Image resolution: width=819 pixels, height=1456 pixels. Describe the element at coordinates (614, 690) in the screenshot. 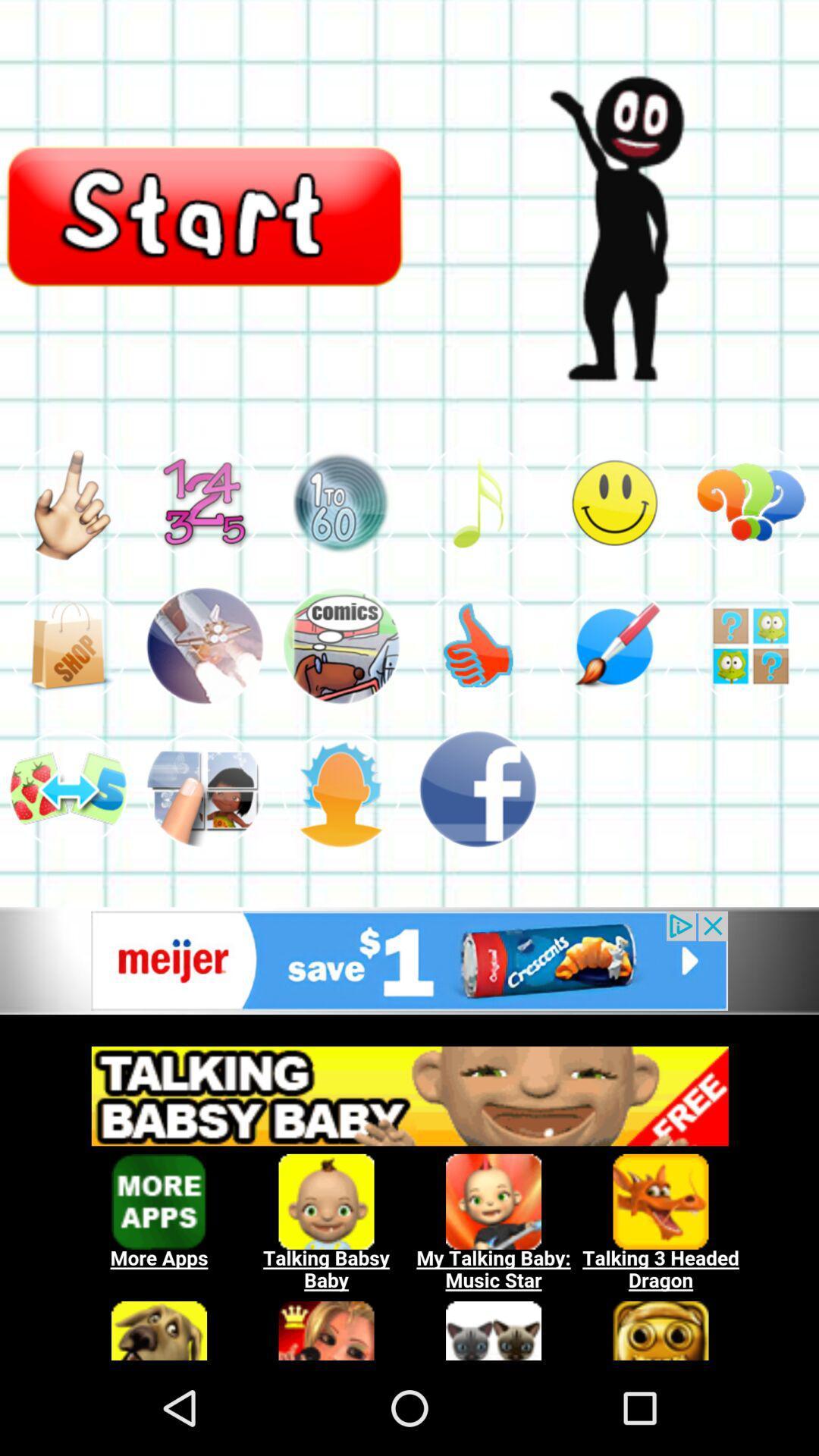

I see `the edit icon` at that location.